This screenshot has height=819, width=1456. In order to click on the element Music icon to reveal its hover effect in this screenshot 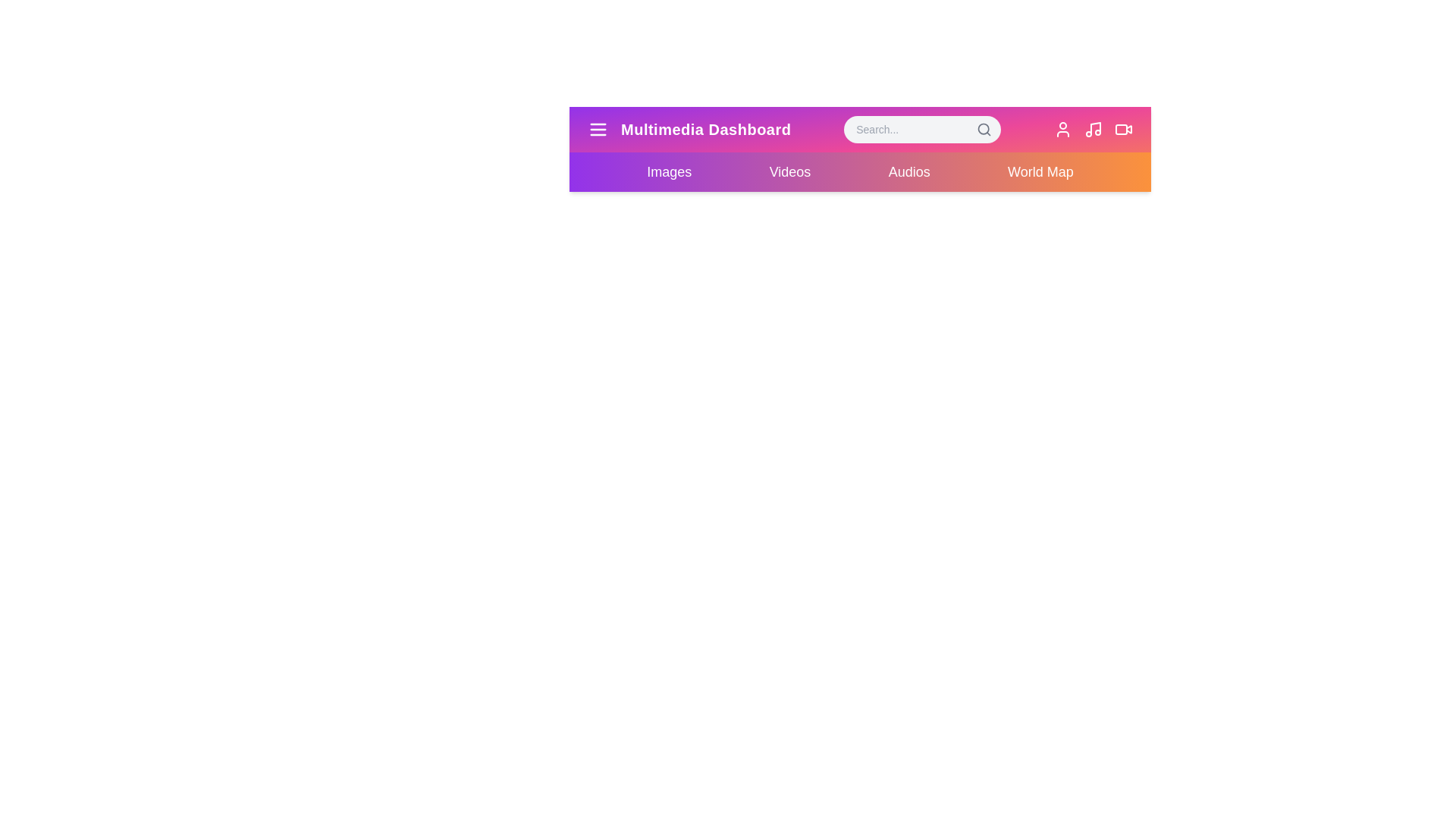, I will do `click(1092, 128)`.